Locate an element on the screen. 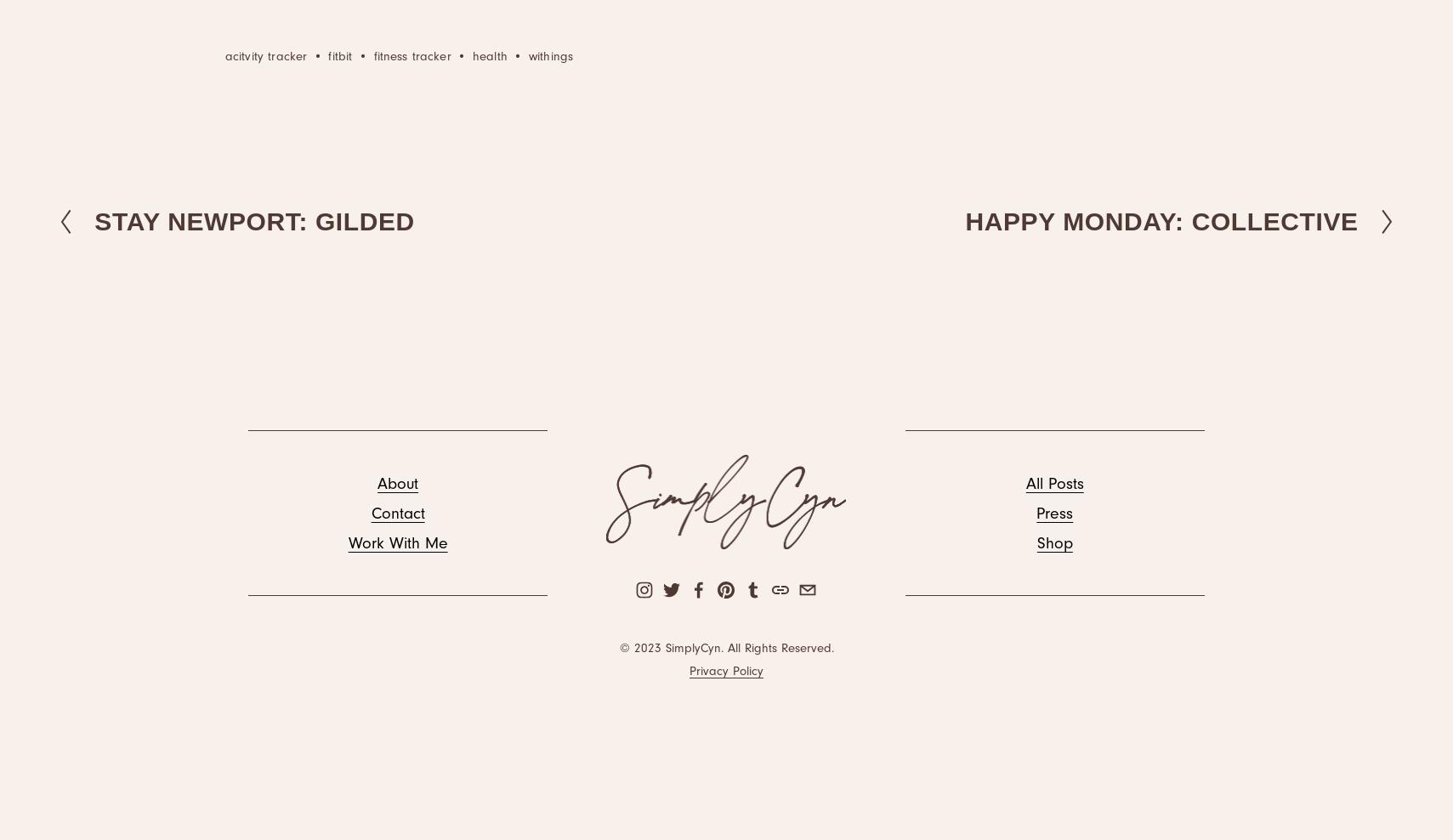 Image resolution: width=1453 pixels, height=840 pixels. 'All Posts' is located at coordinates (1054, 482).